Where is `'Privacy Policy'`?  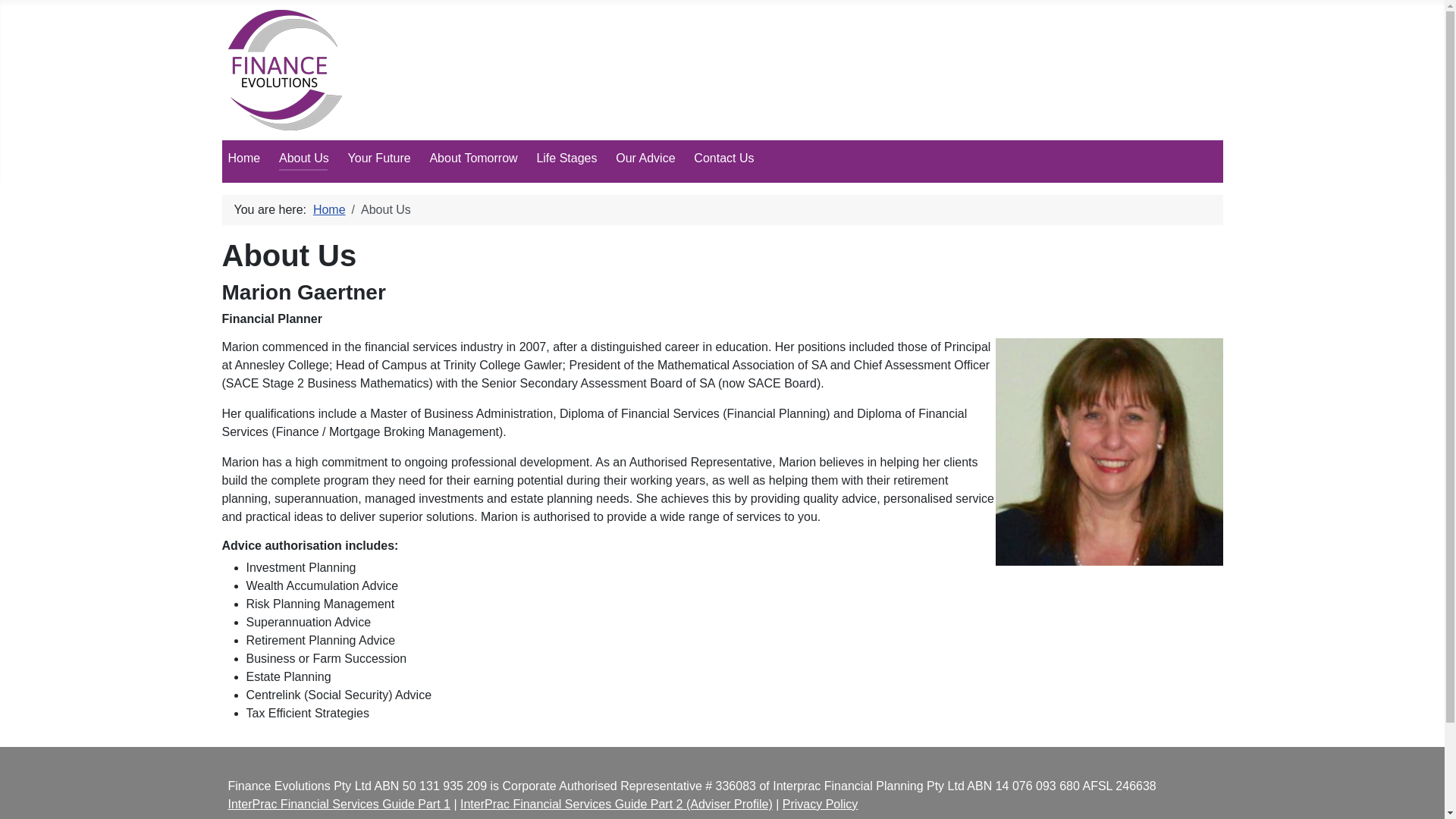
'Privacy Policy' is located at coordinates (819, 803).